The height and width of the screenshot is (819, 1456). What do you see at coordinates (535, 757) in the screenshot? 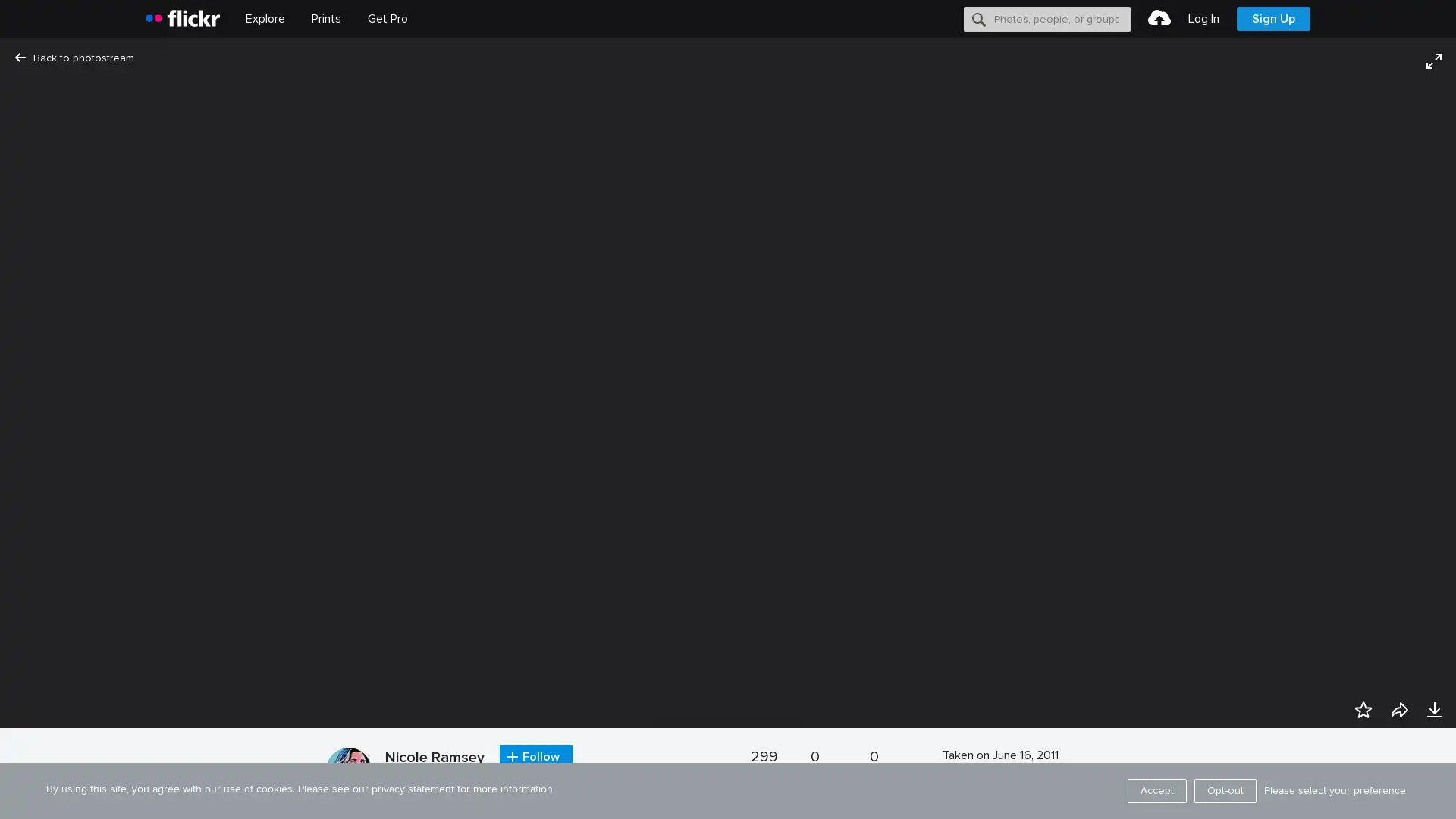
I see `Follow` at bounding box center [535, 757].